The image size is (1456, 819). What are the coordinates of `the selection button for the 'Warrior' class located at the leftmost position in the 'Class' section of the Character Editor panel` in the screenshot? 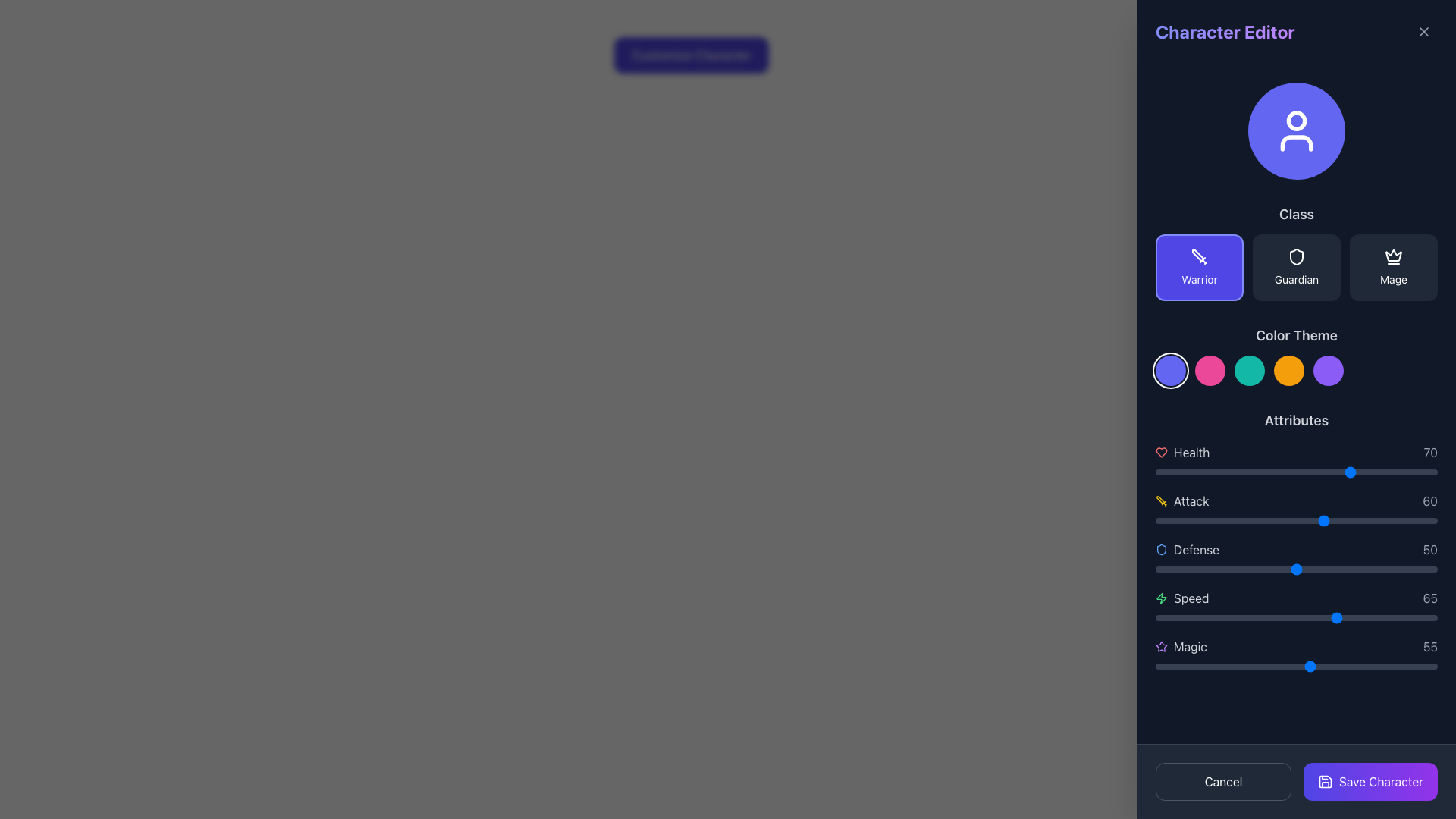 It's located at (1199, 267).